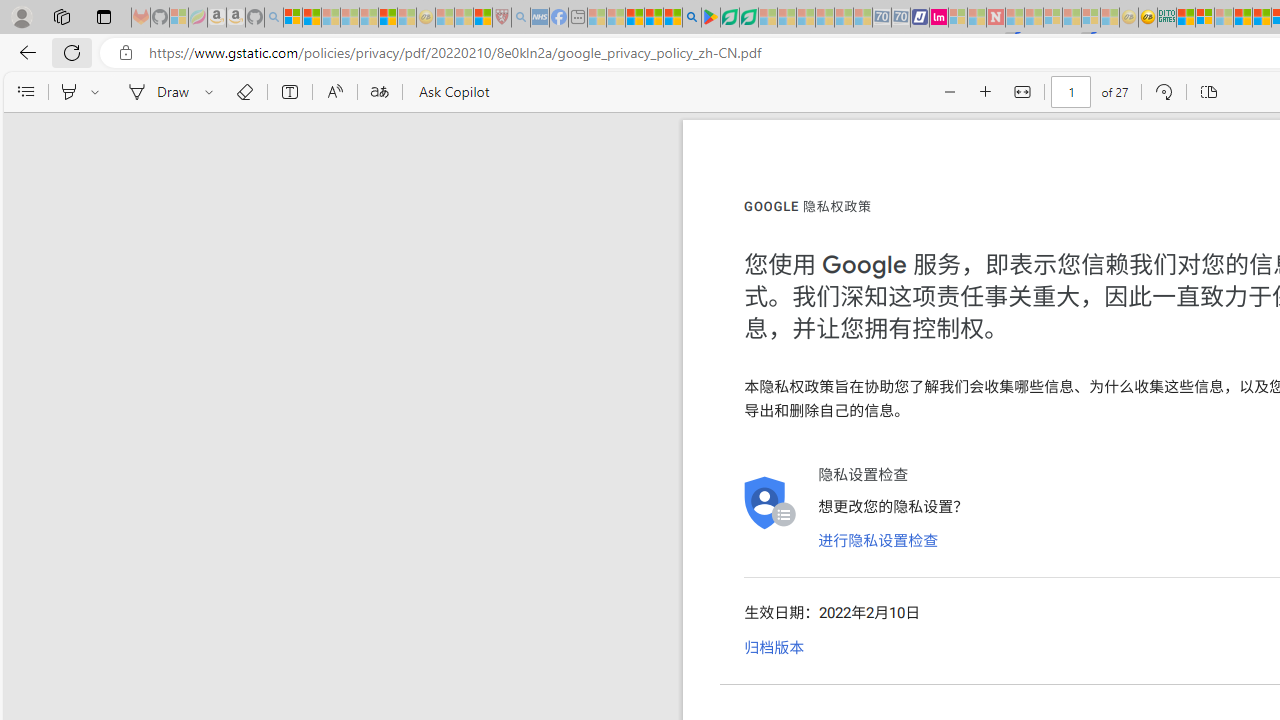 Image resolution: width=1280 pixels, height=720 pixels. Describe the element at coordinates (1185, 17) in the screenshot. I see `'MSNBC - MSN'` at that location.